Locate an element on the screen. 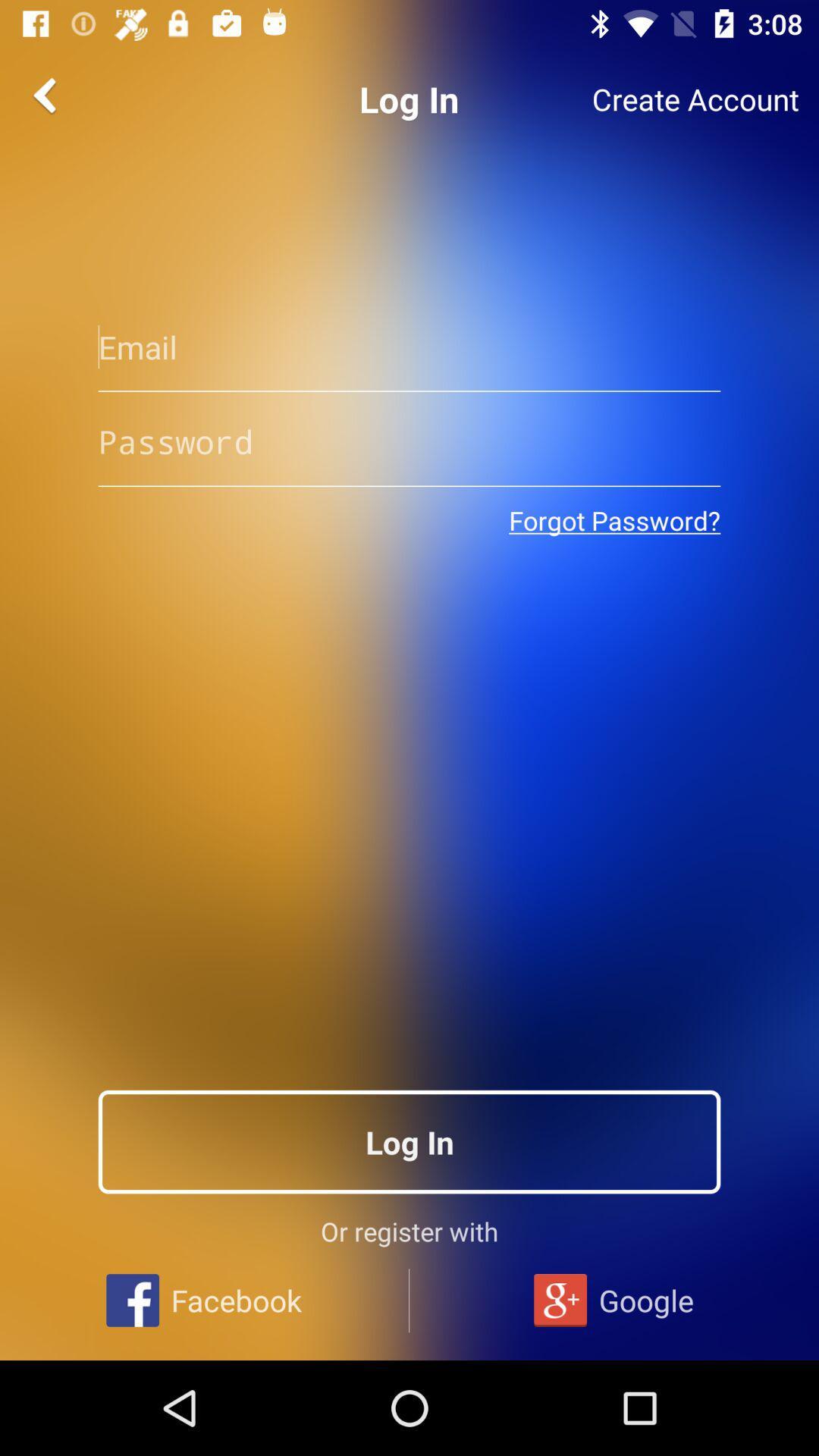  icon on the right is located at coordinates (614, 520).